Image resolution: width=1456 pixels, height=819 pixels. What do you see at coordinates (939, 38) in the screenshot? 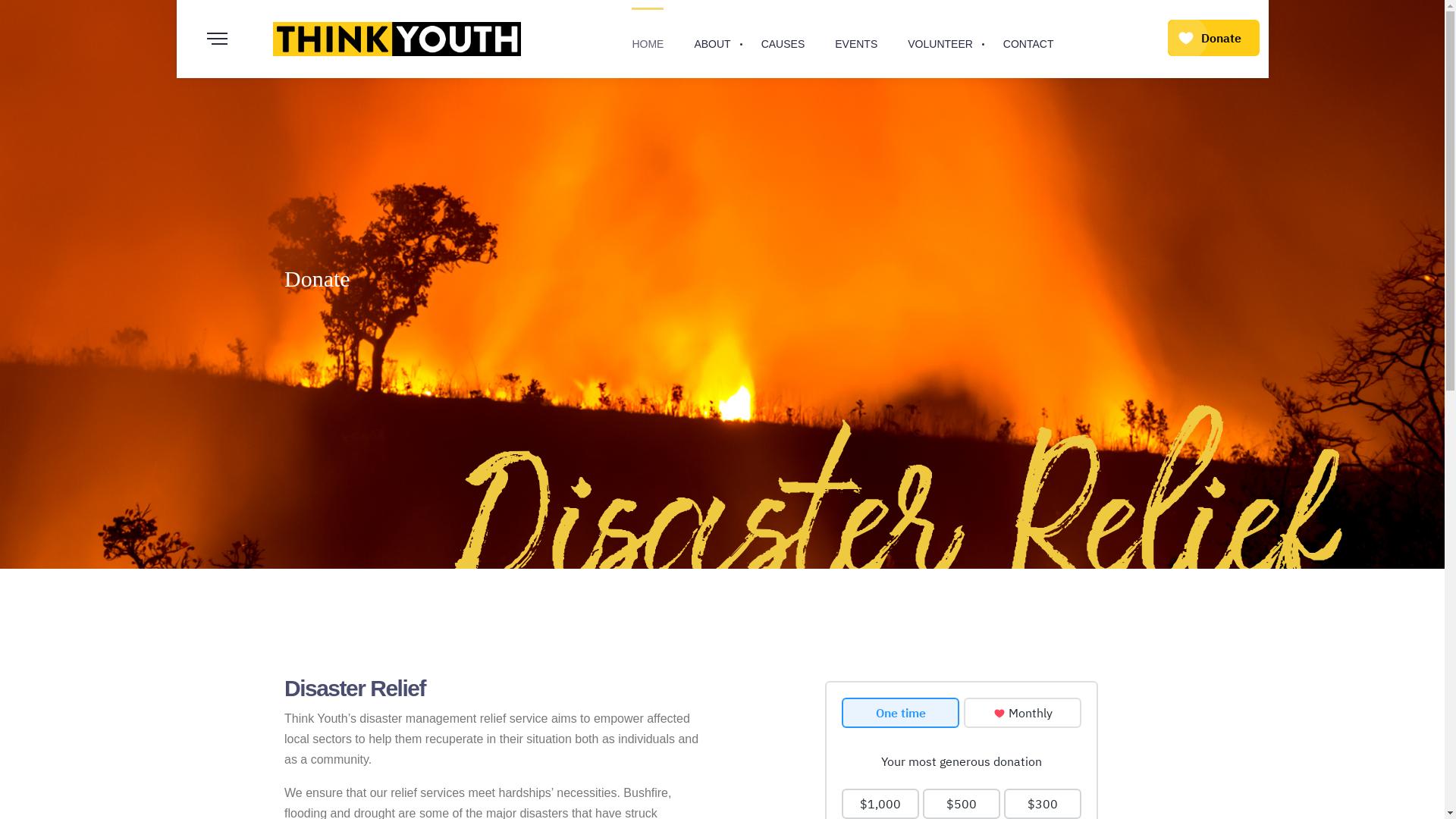
I see `'VOLUNTEER'` at bounding box center [939, 38].